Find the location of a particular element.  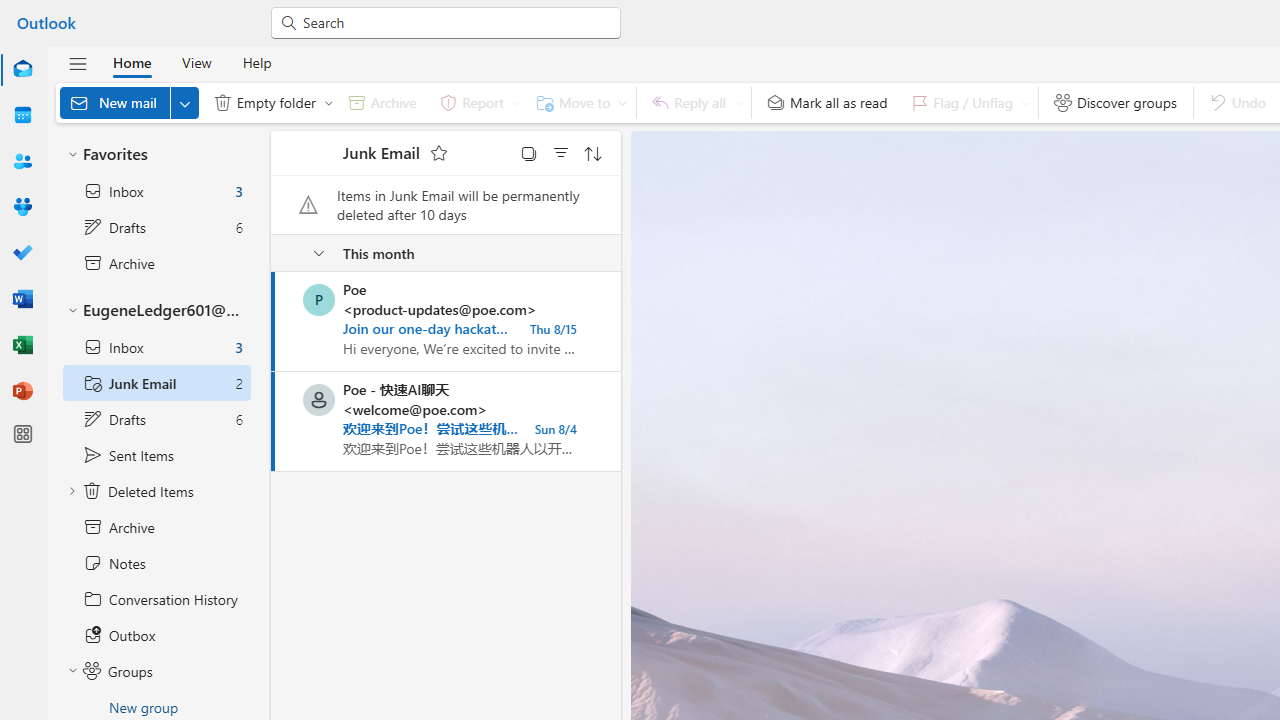

'Reply all' is located at coordinates (693, 102).